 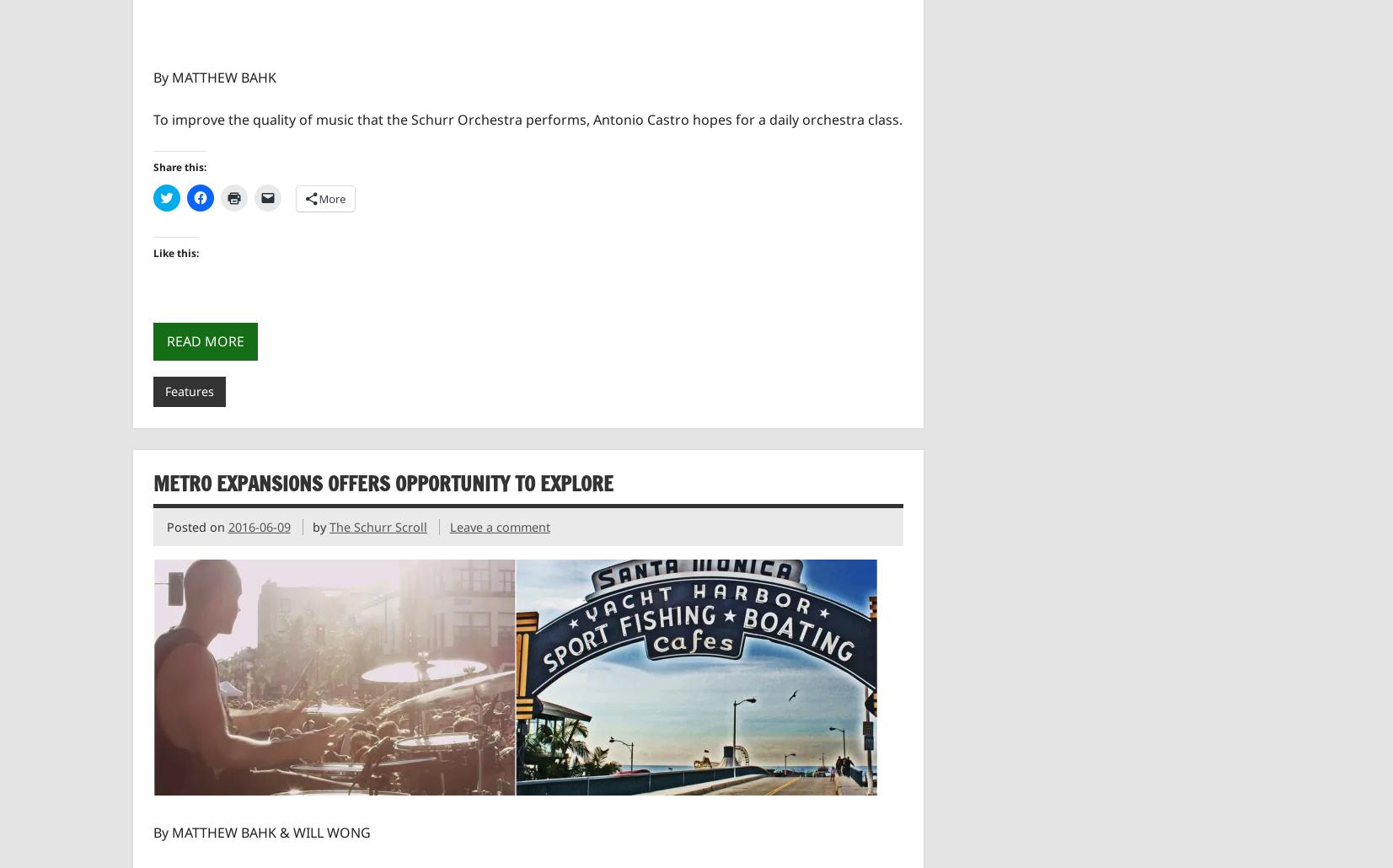 What do you see at coordinates (178, 167) in the screenshot?
I see `'Share this:'` at bounding box center [178, 167].